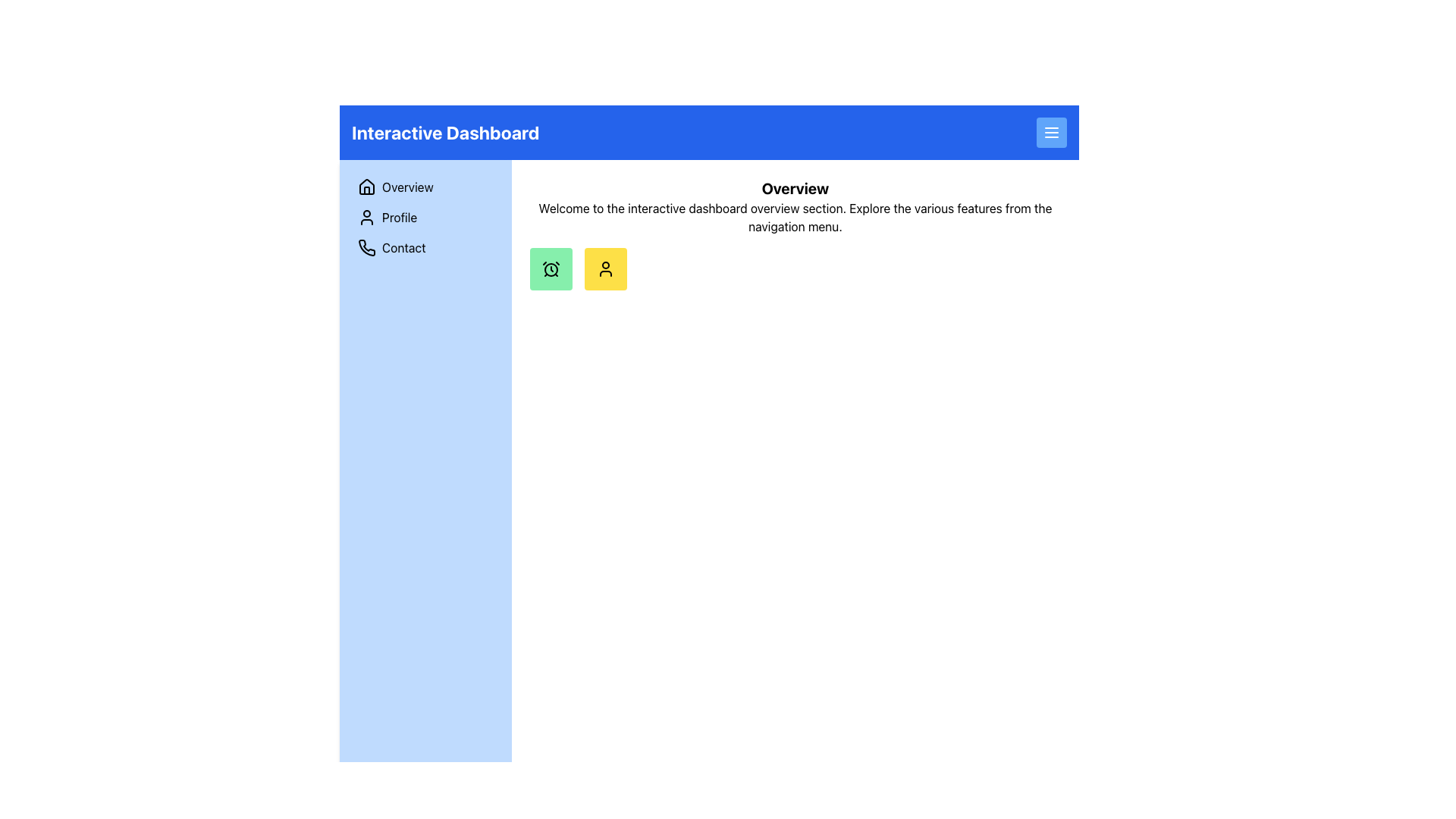  What do you see at coordinates (425, 186) in the screenshot?
I see `the navigation button located at the top of the vertical list in the left sidebar, which updates the interface` at bounding box center [425, 186].